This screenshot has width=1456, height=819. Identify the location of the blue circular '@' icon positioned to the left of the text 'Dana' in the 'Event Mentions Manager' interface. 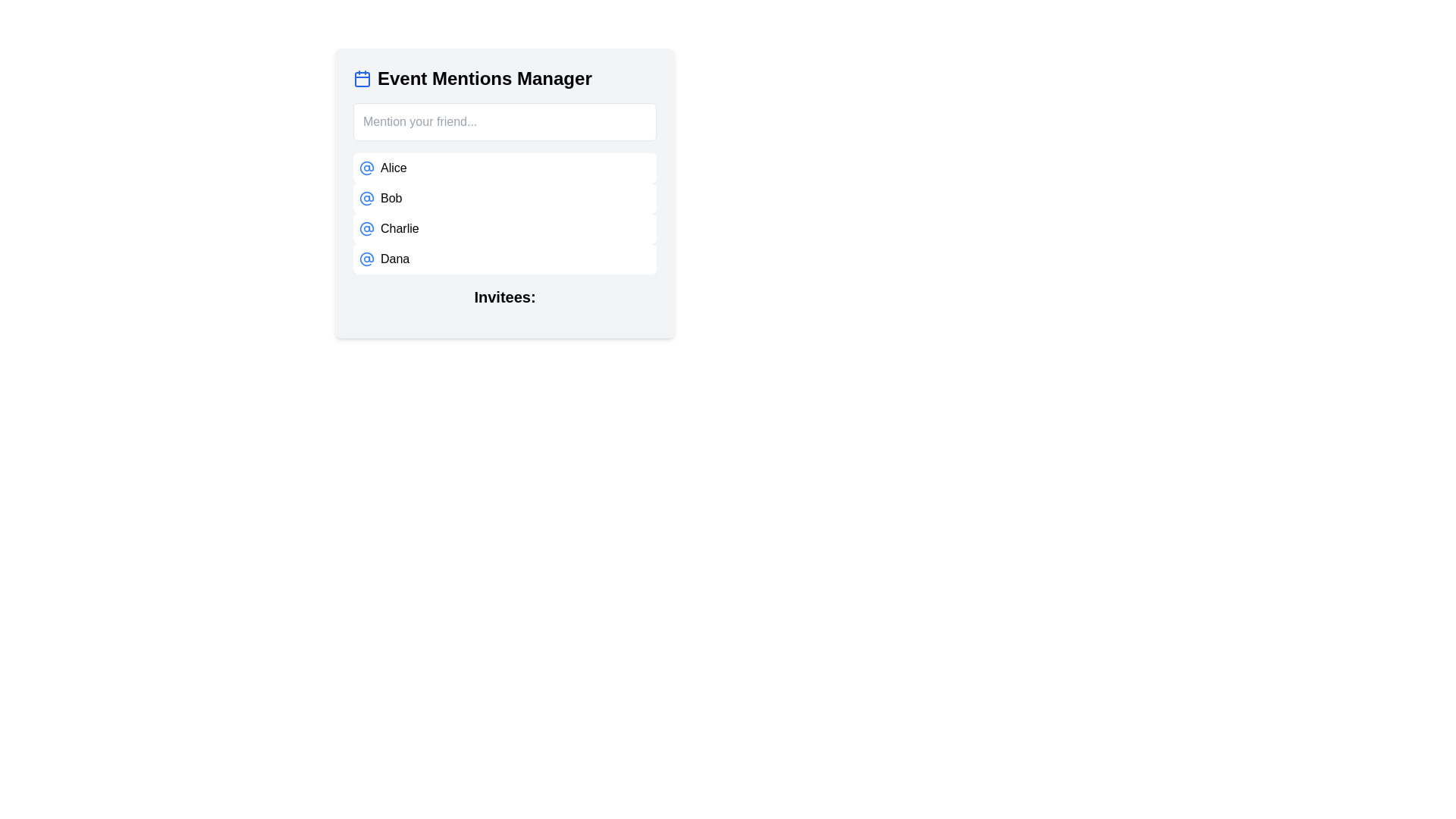
(367, 259).